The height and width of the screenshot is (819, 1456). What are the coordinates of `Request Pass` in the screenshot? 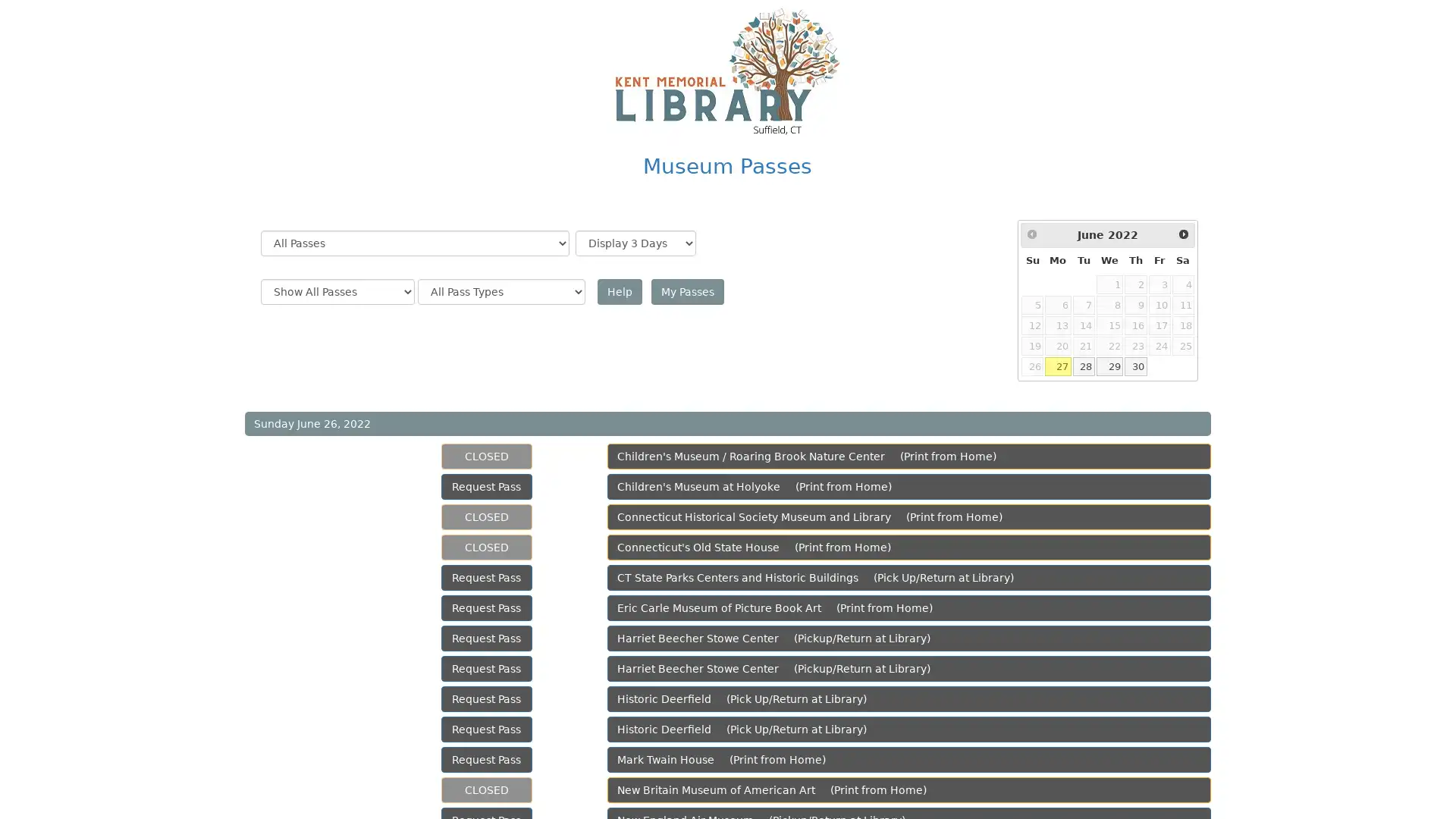 It's located at (486, 760).